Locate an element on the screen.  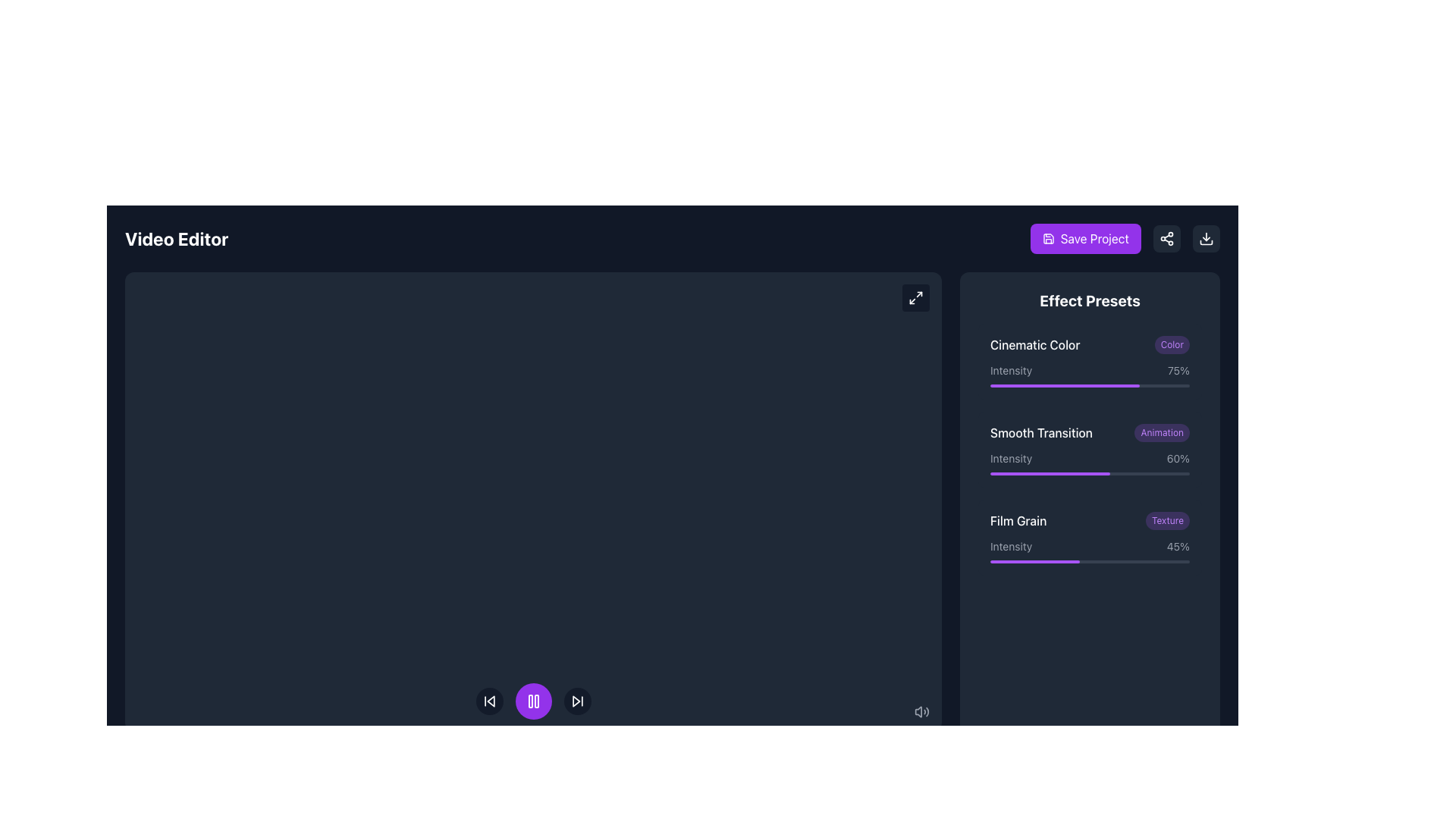
the button styled as a square with rounded edges, featuring an icon of two diagonal arrows pointing outward, located at the top-right corner of the video editing canvas is located at coordinates (915, 298).